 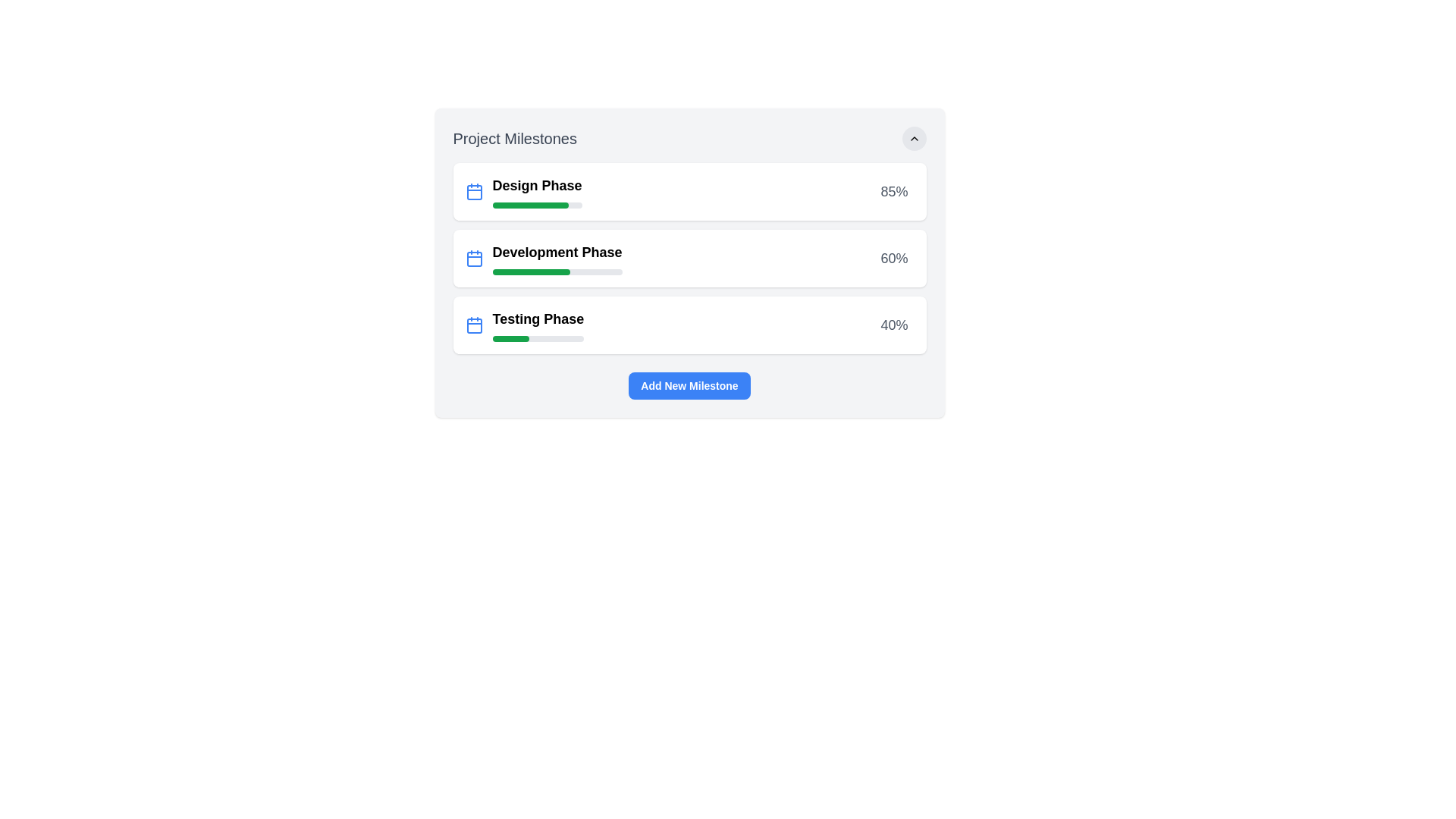 I want to click on the progress bar representing the 'Development Phase' milestone, which visually indicates the completed portion in green and the remaining portion in gray, located directly below the text 'Development Phase' and above the numeric indicator '60%.', so click(x=556, y=271).